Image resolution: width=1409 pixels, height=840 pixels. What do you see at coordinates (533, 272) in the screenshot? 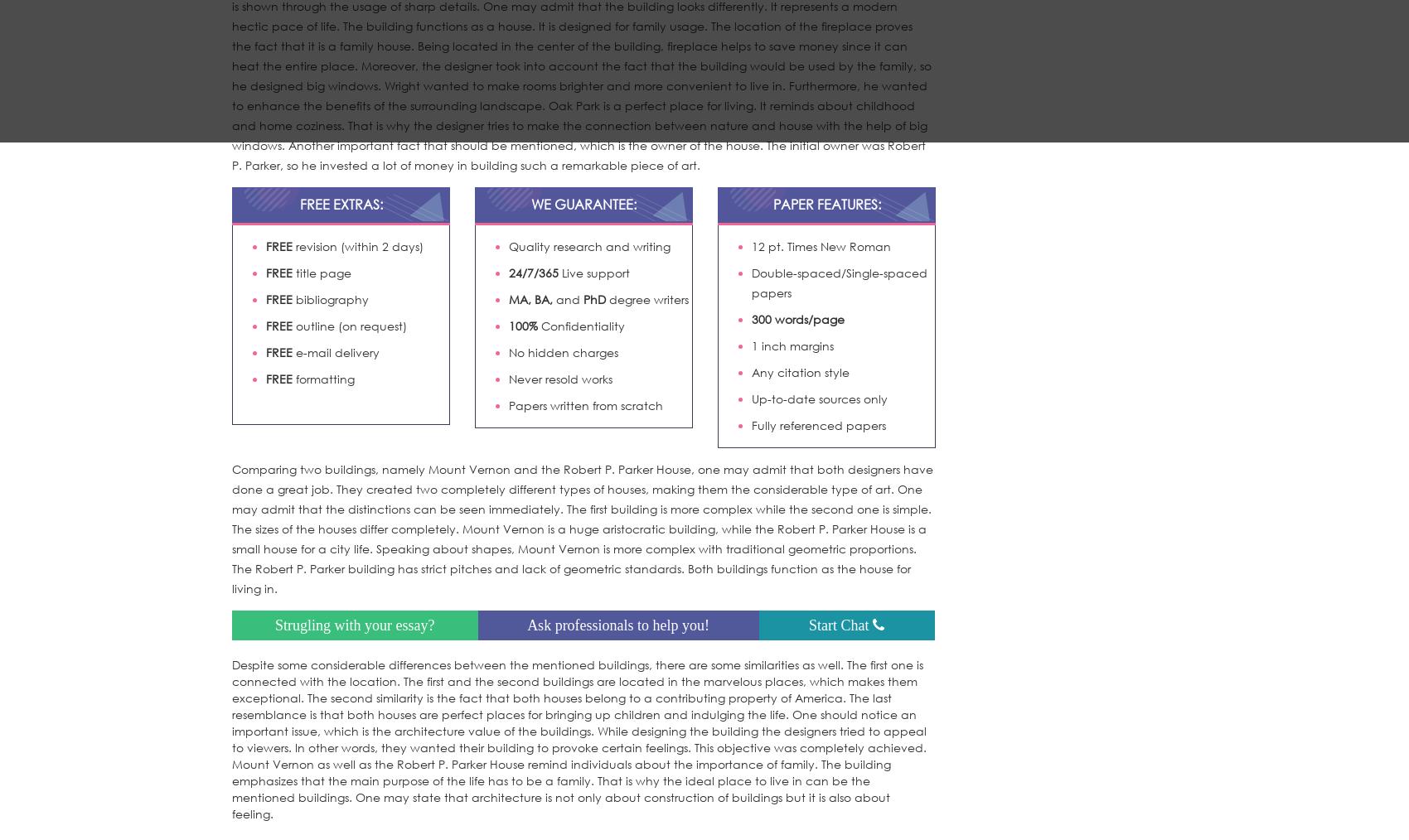
I see `'24/7/365'` at bounding box center [533, 272].